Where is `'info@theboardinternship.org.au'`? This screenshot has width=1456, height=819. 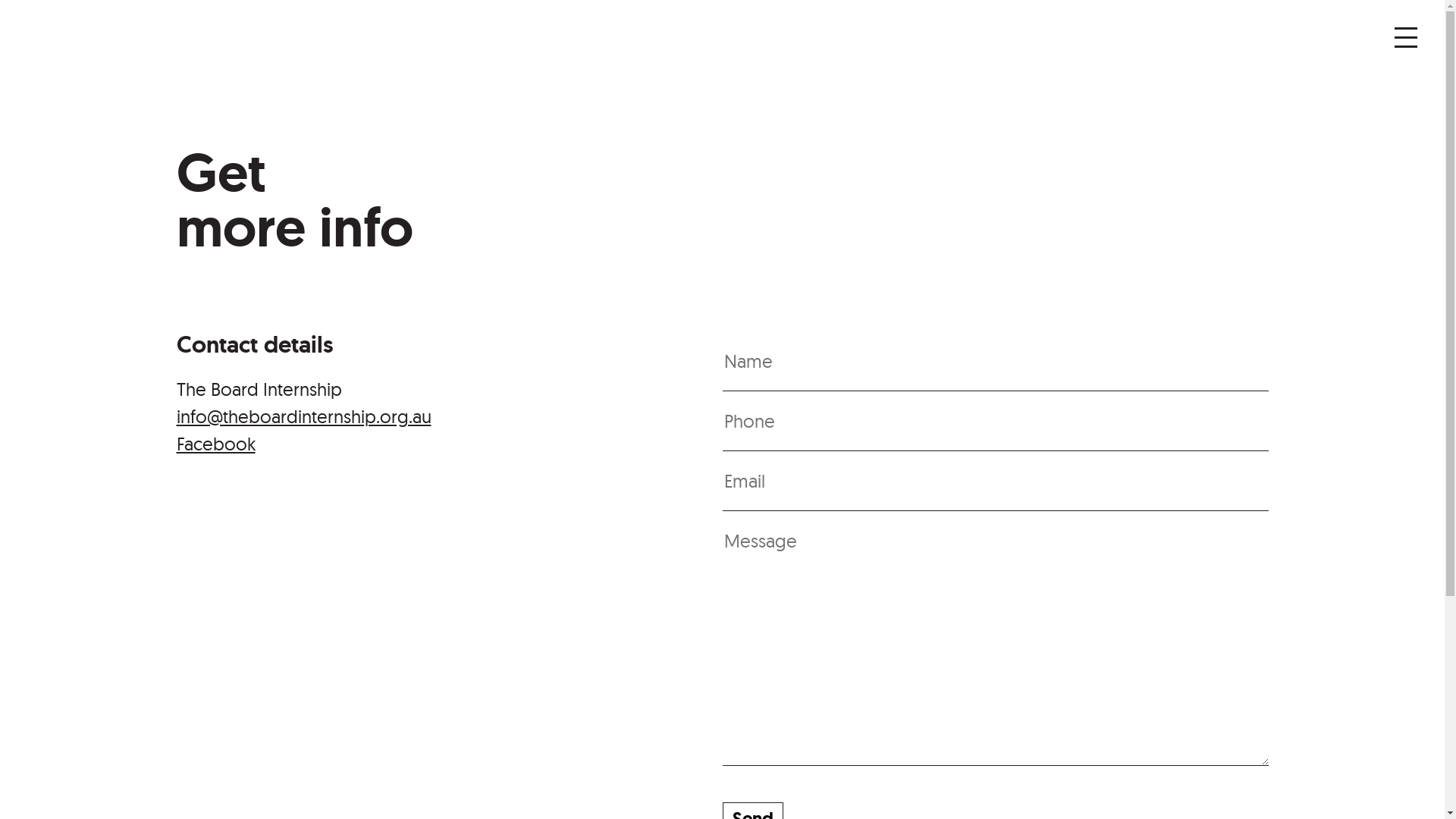
'info@theboardinternship.org.au' is located at coordinates (303, 416).